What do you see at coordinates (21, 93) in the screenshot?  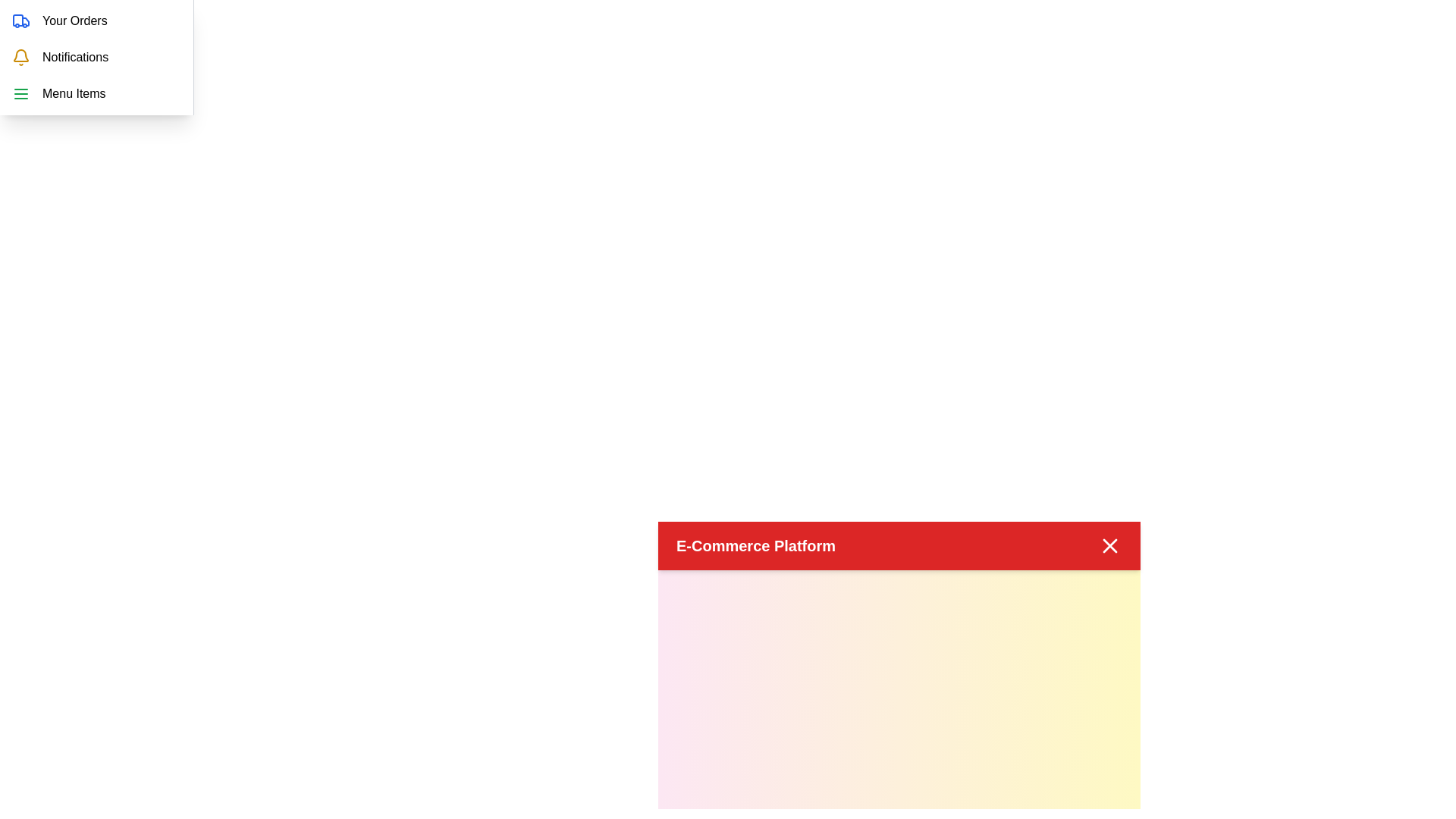 I see `the green menu icon consisting of three horizontal lines, located next to the text labeled 'Menu Items'` at bounding box center [21, 93].